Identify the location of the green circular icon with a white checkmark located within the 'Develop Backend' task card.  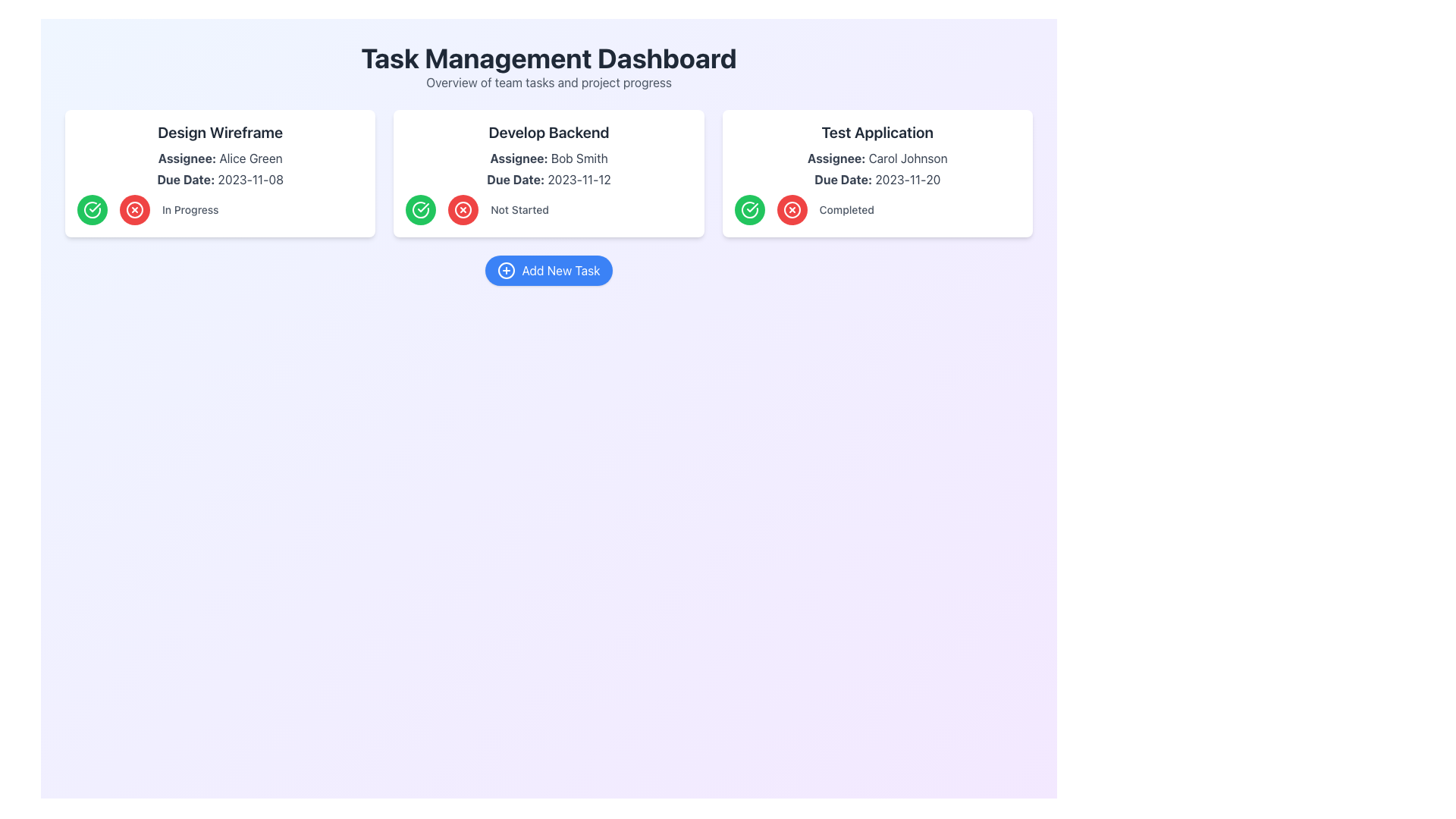
(421, 210).